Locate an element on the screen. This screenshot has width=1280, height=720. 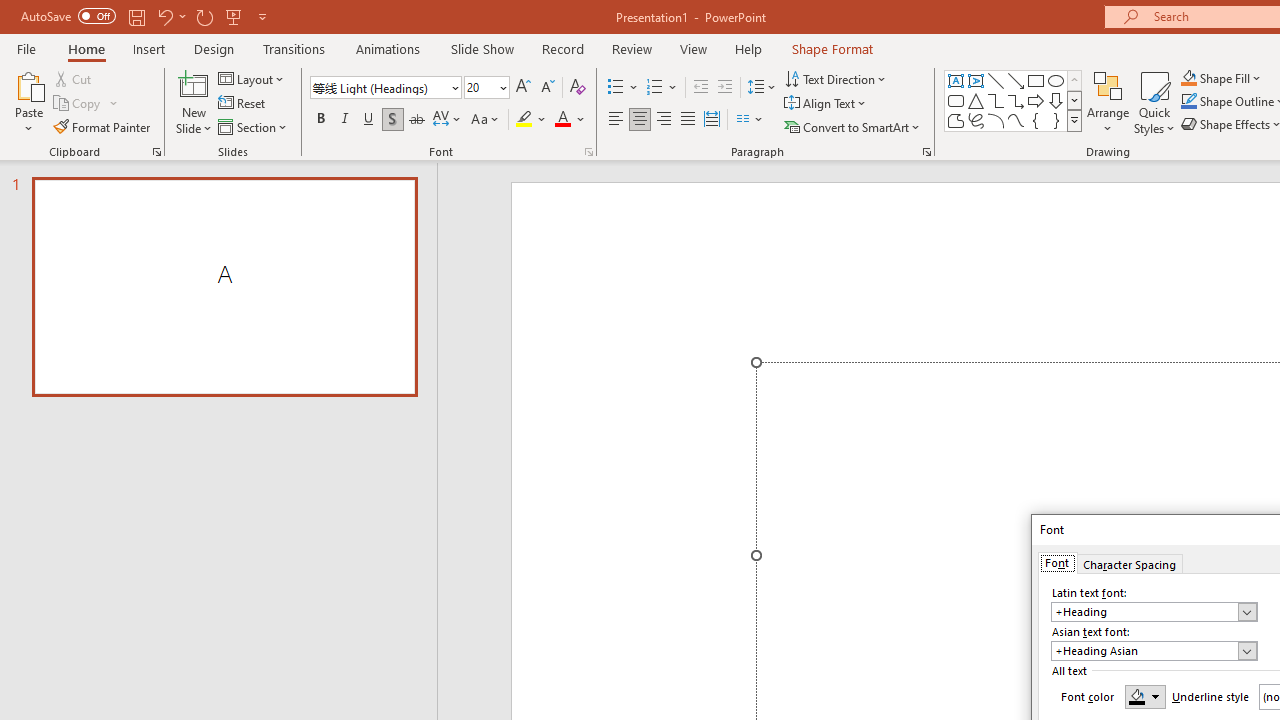
'Line' is located at coordinates (995, 80).